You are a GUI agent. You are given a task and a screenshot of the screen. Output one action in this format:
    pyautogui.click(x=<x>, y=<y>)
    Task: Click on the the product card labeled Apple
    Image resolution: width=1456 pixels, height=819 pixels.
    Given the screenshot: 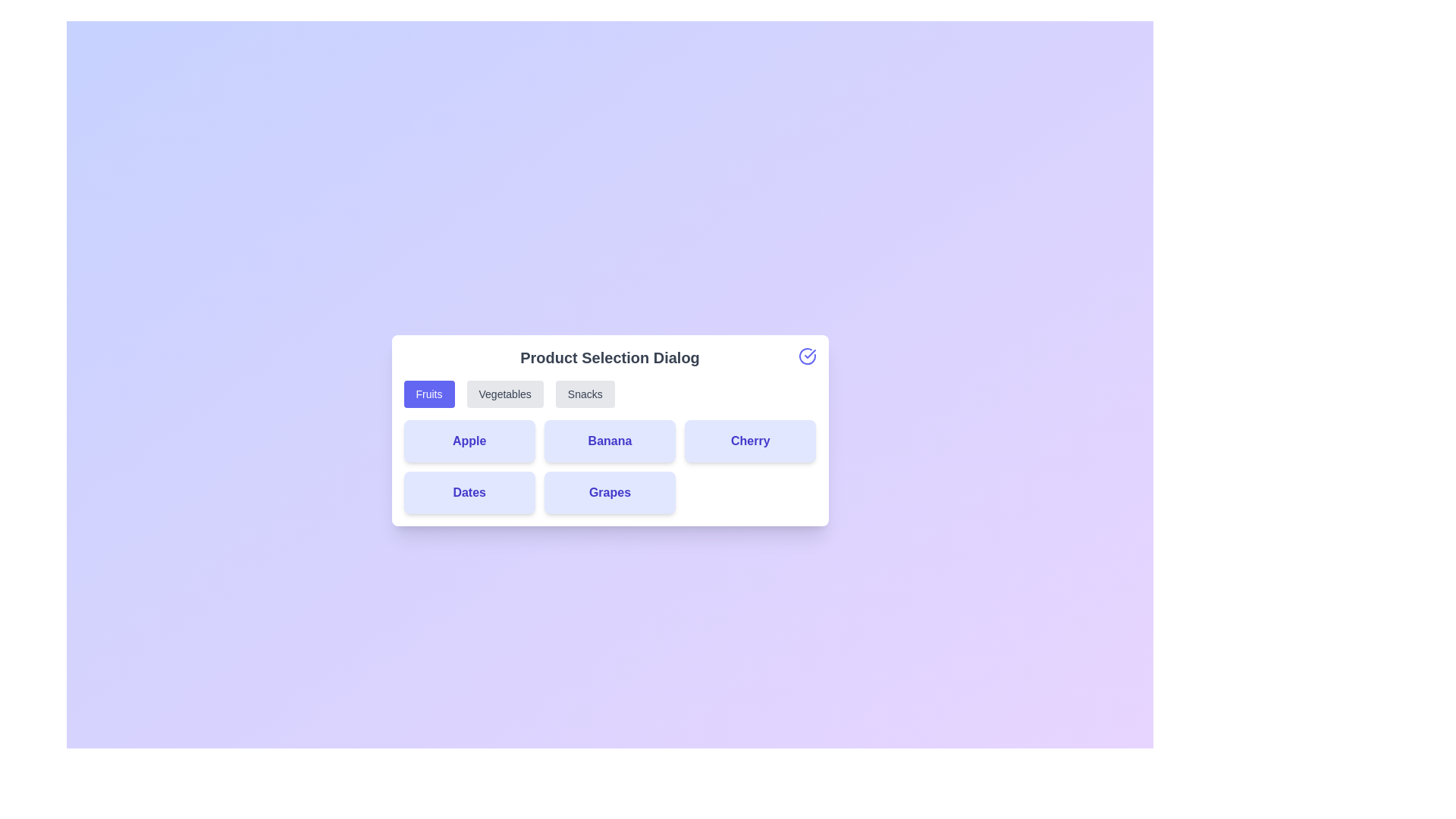 What is the action you would take?
    pyautogui.click(x=469, y=441)
    